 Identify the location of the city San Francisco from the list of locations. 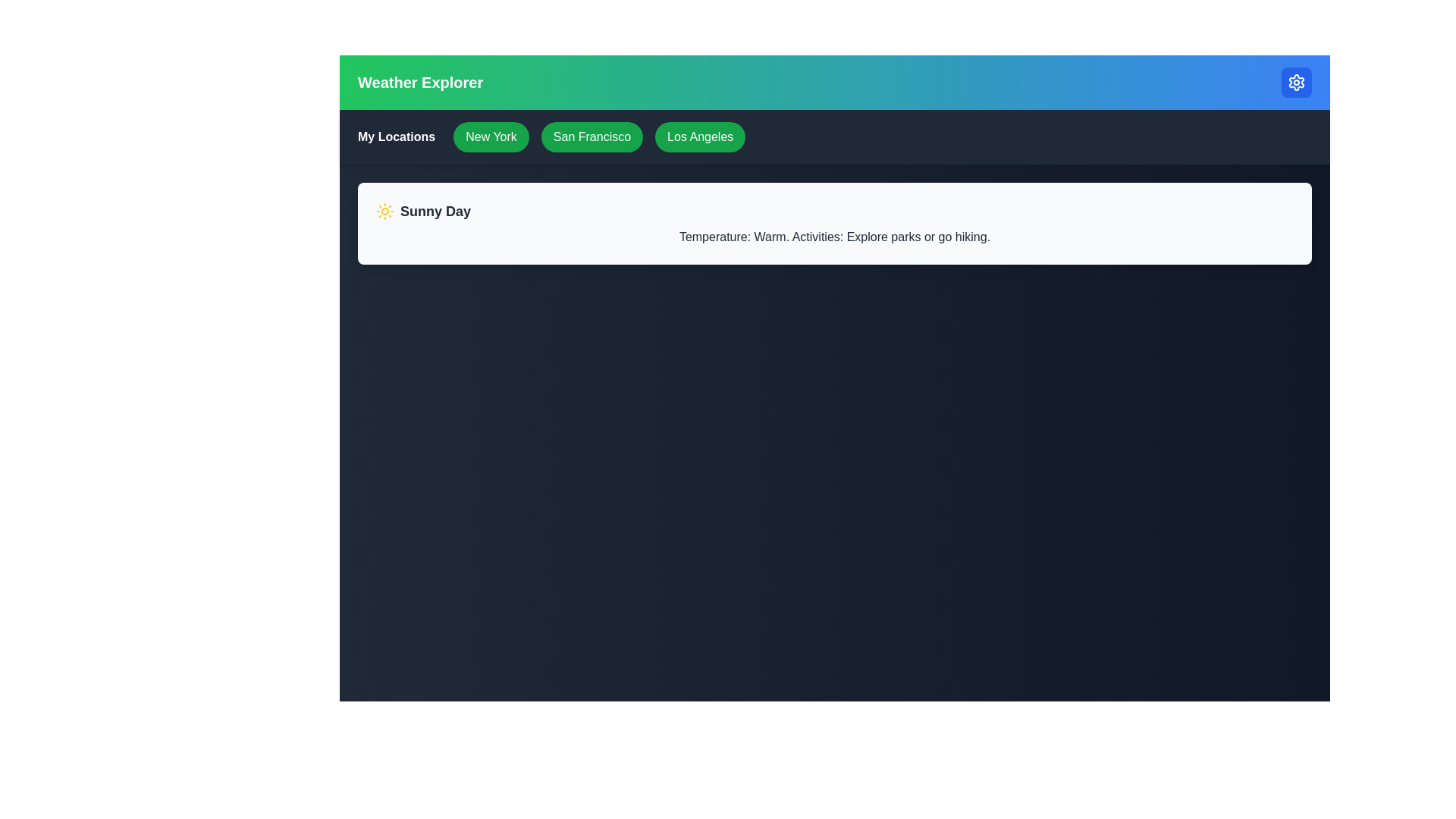
(591, 137).